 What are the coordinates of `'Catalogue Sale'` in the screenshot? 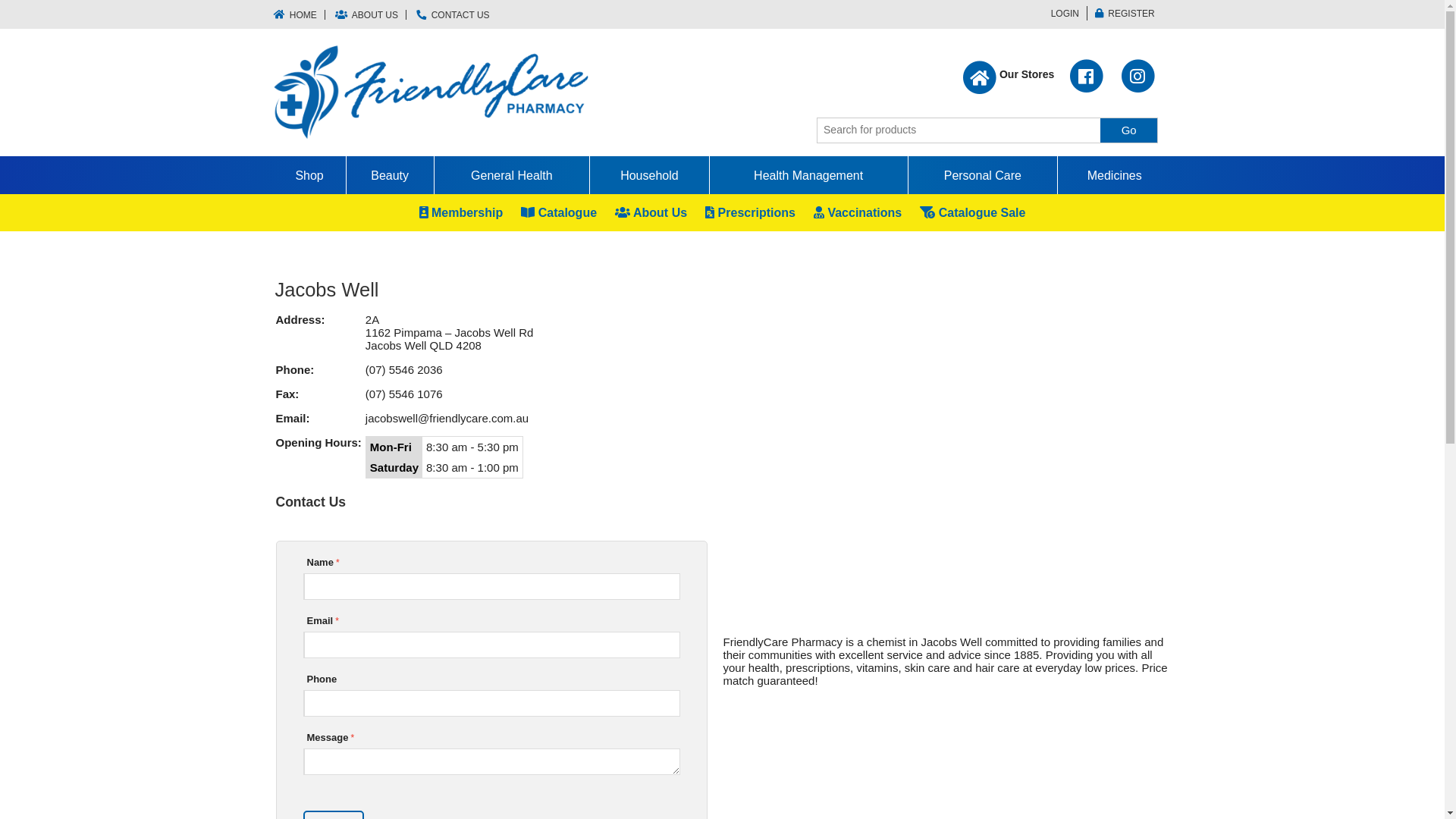 It's located at (972, 212).